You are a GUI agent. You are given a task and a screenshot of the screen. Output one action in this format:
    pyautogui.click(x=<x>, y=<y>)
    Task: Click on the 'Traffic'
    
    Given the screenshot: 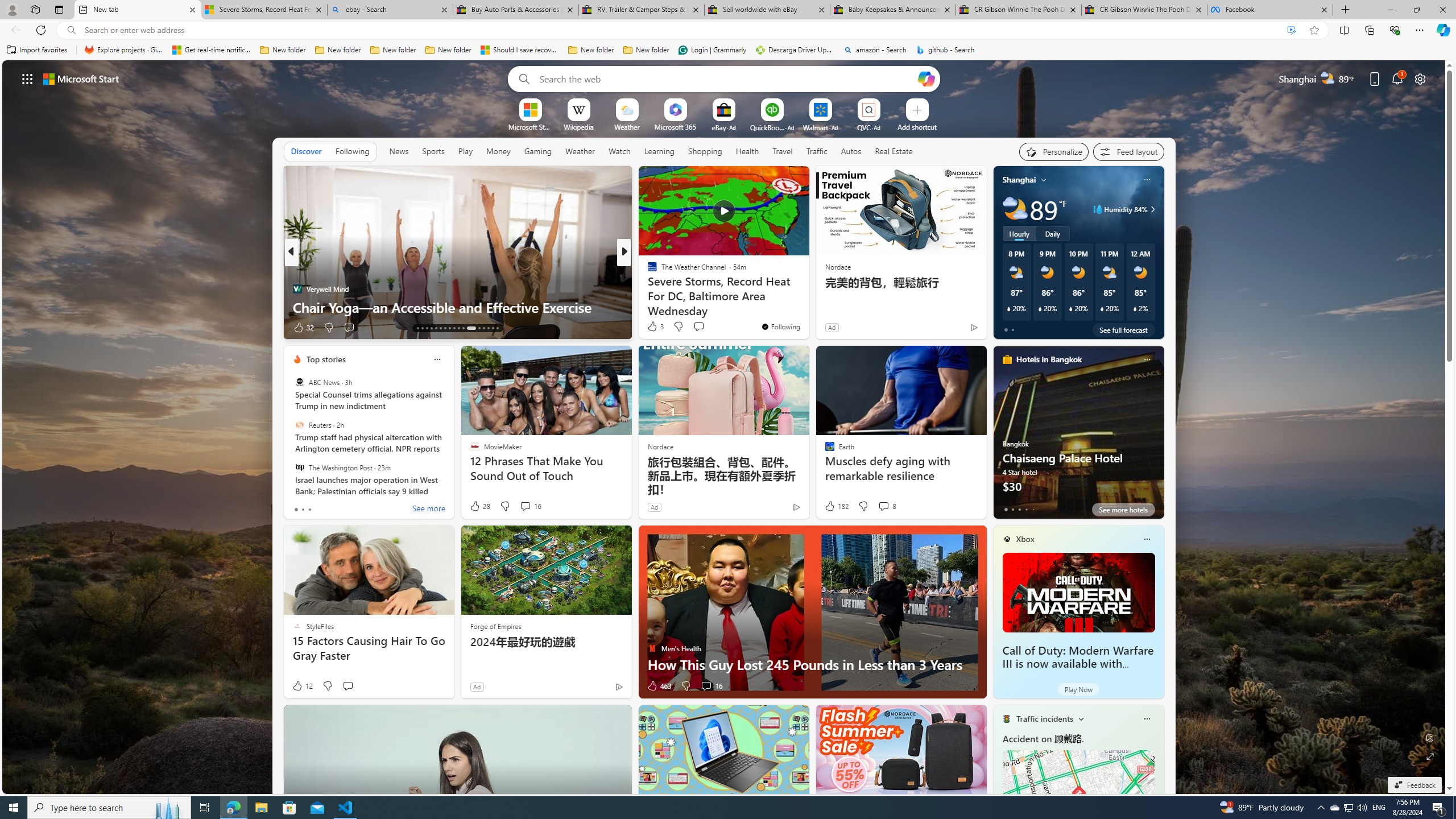 What is the action you would take?
    pyautogui.click(x=816, y=150)
    